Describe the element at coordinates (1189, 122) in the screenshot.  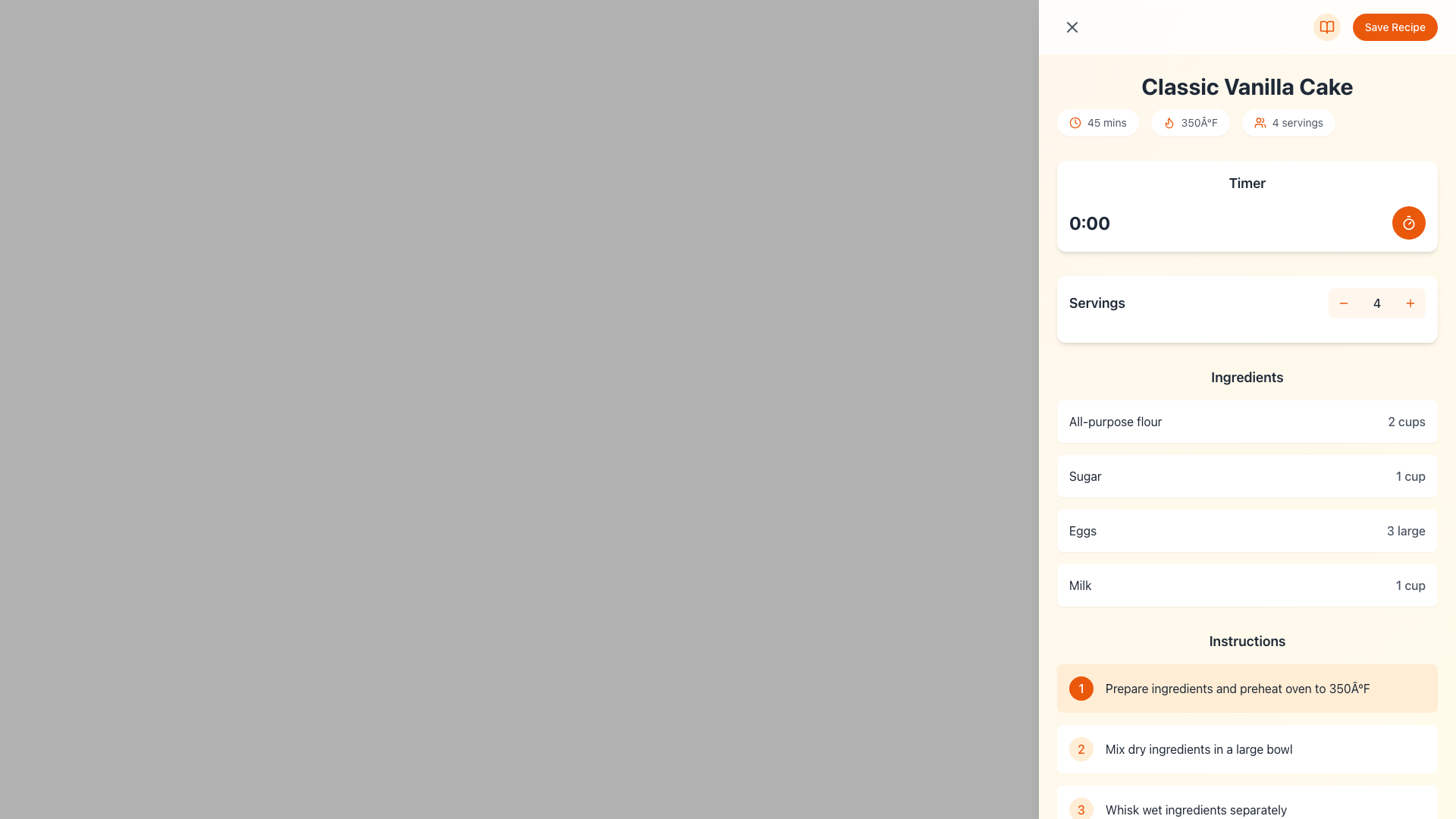
I see `the temperature label that displays the oven temperature for the recipe, located between the '45 mins' badge and the '4 servings' badge under the 'Classic Vanilla Cake' heading` at that location.